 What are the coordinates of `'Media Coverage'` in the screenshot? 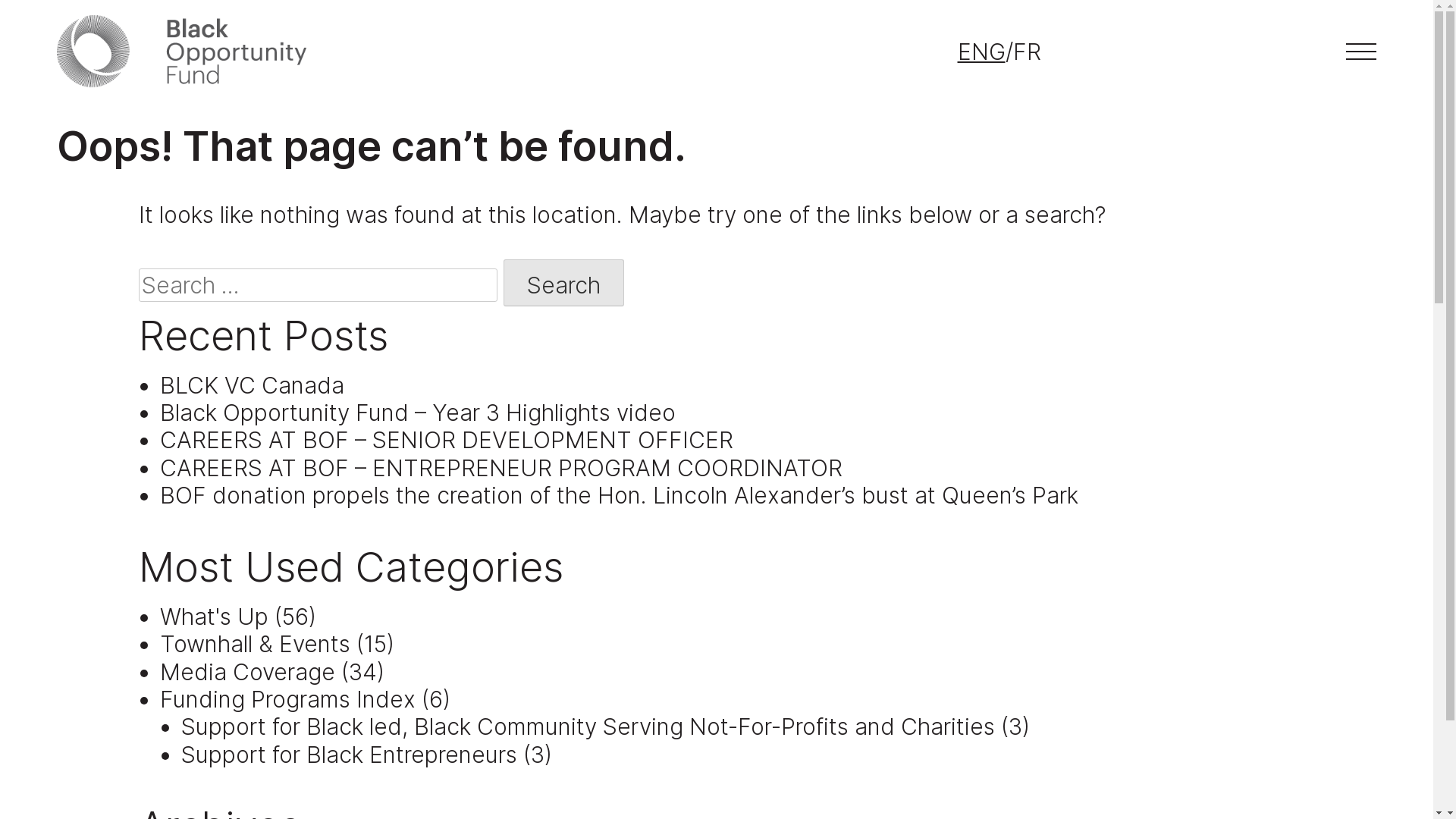 It's located at (247, 671).